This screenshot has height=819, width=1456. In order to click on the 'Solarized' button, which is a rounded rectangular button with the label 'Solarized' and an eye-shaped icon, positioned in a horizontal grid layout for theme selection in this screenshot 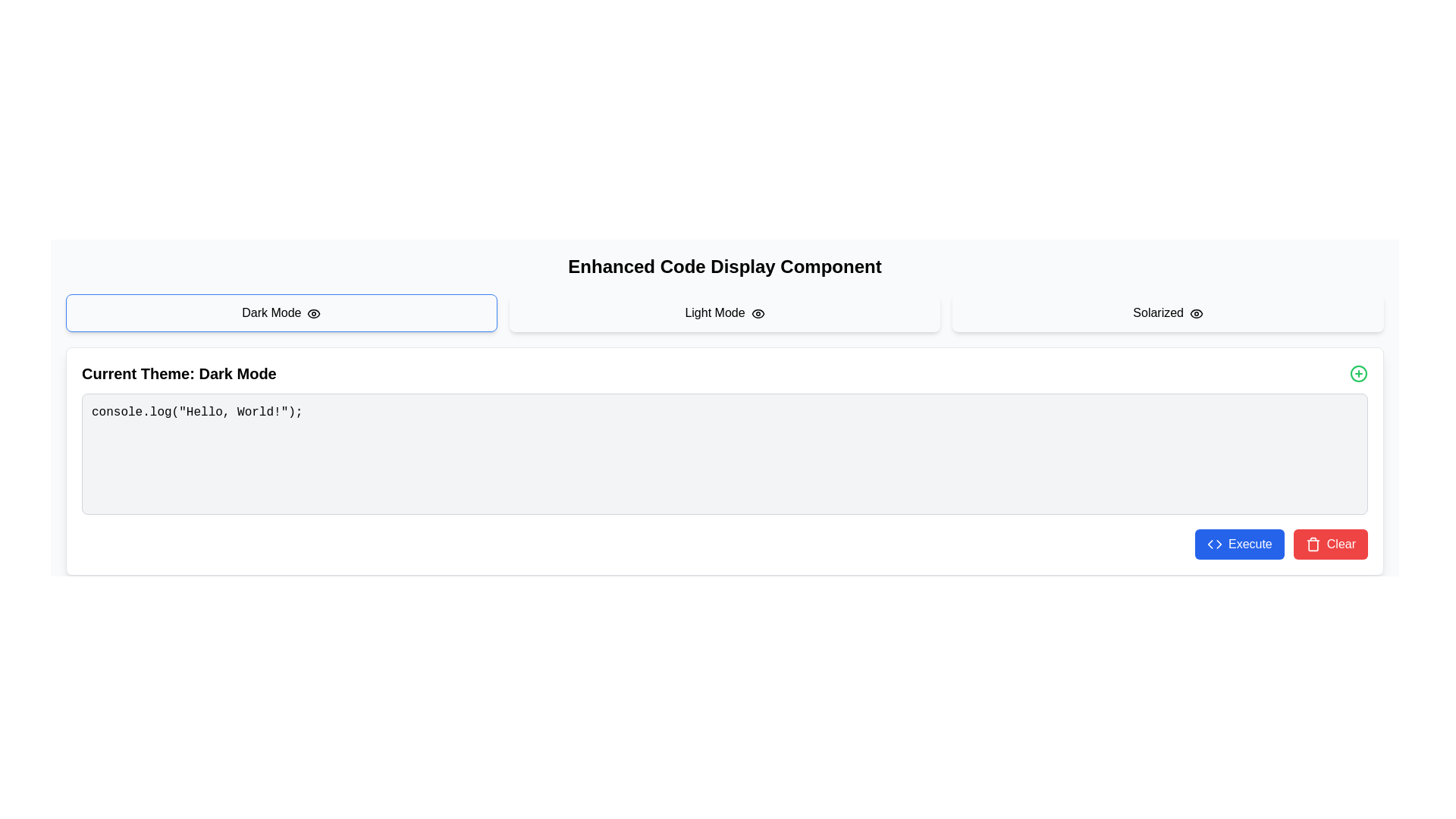, I will do `click(1167, 312)`.